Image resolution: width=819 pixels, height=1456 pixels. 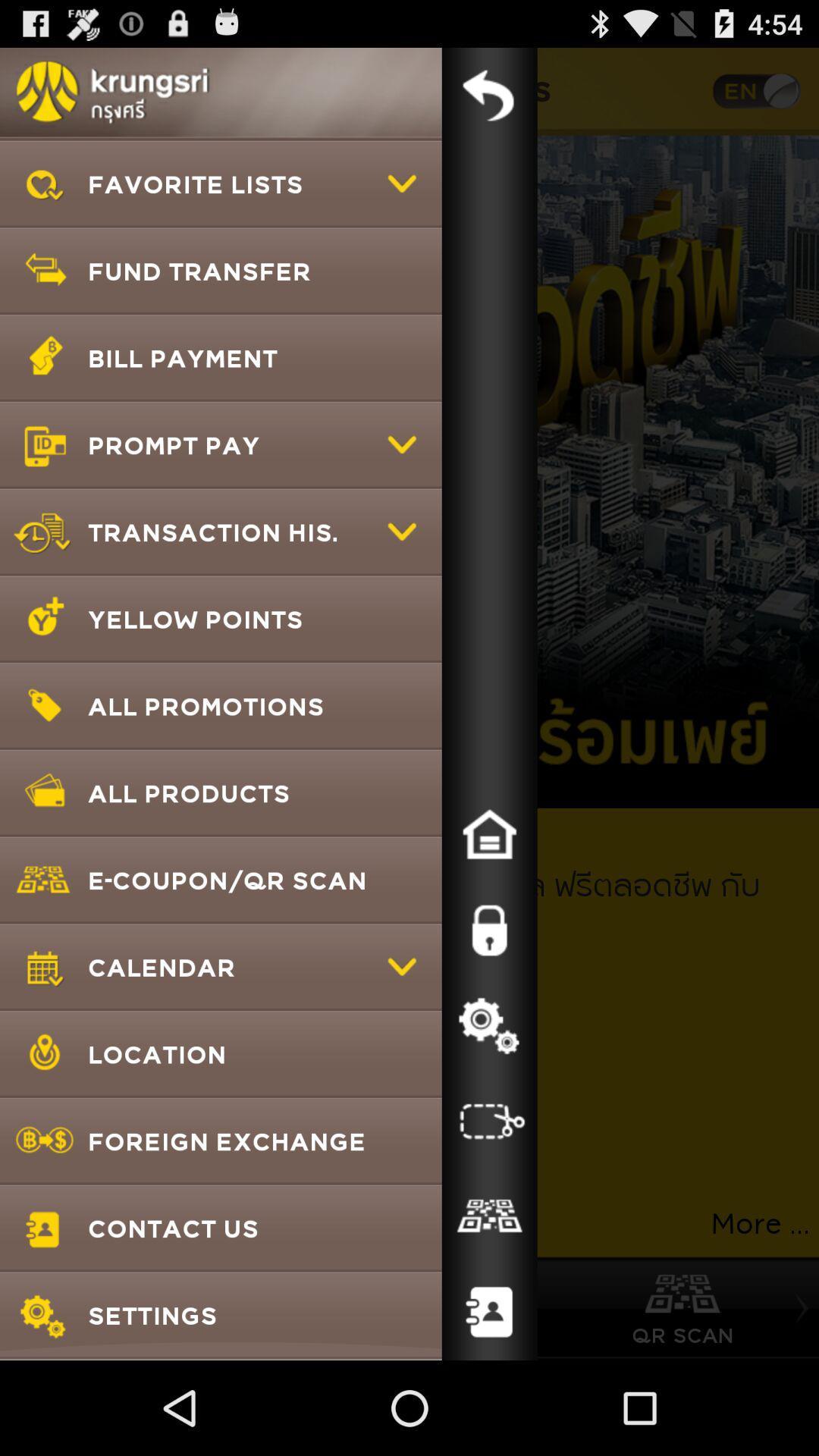 I want to click on the undo icon, so click(x=489, y=101).